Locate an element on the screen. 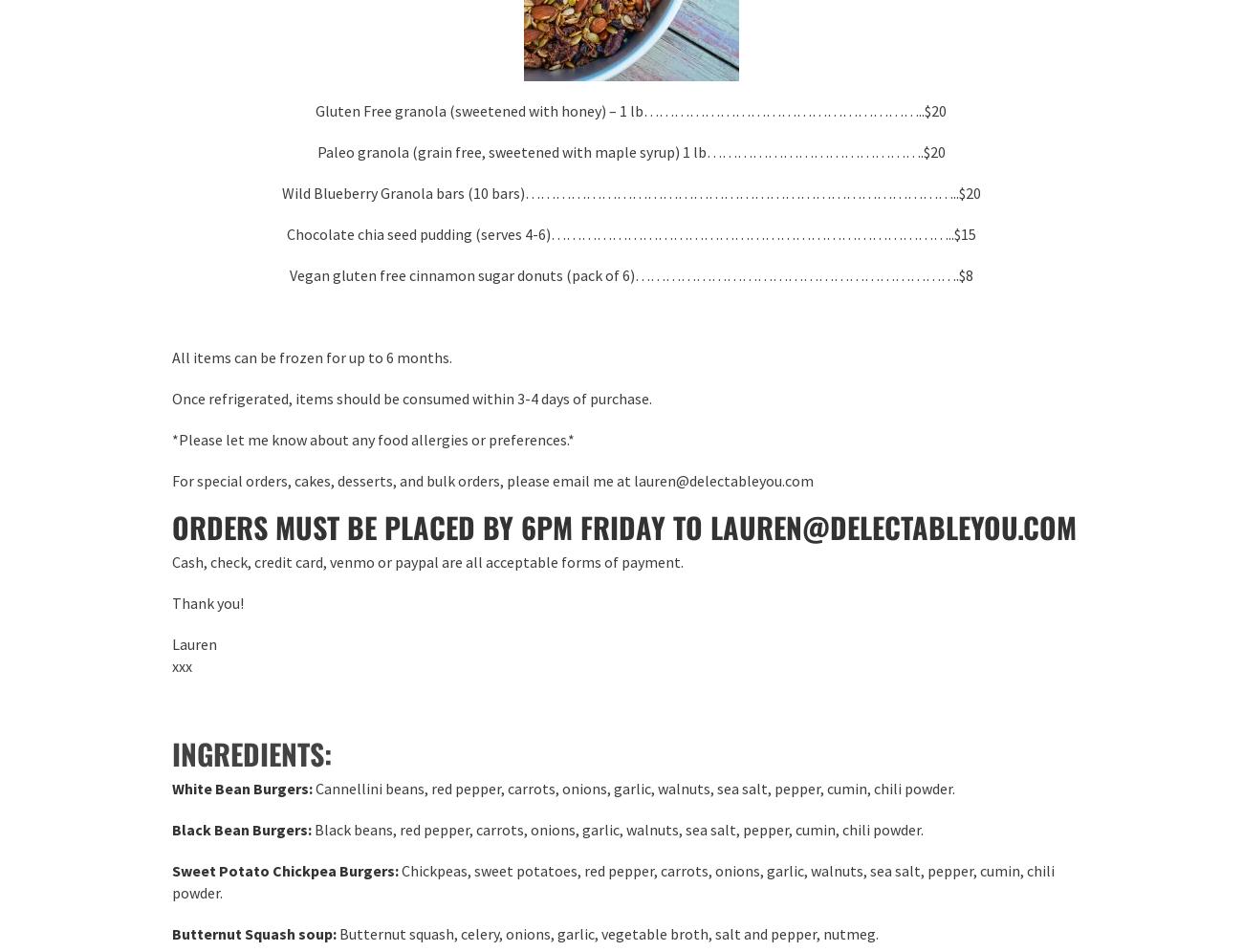  'Once refrigerated, items should be consumed within 3-4 days of purchase.' is located at coordinates (172, 399).